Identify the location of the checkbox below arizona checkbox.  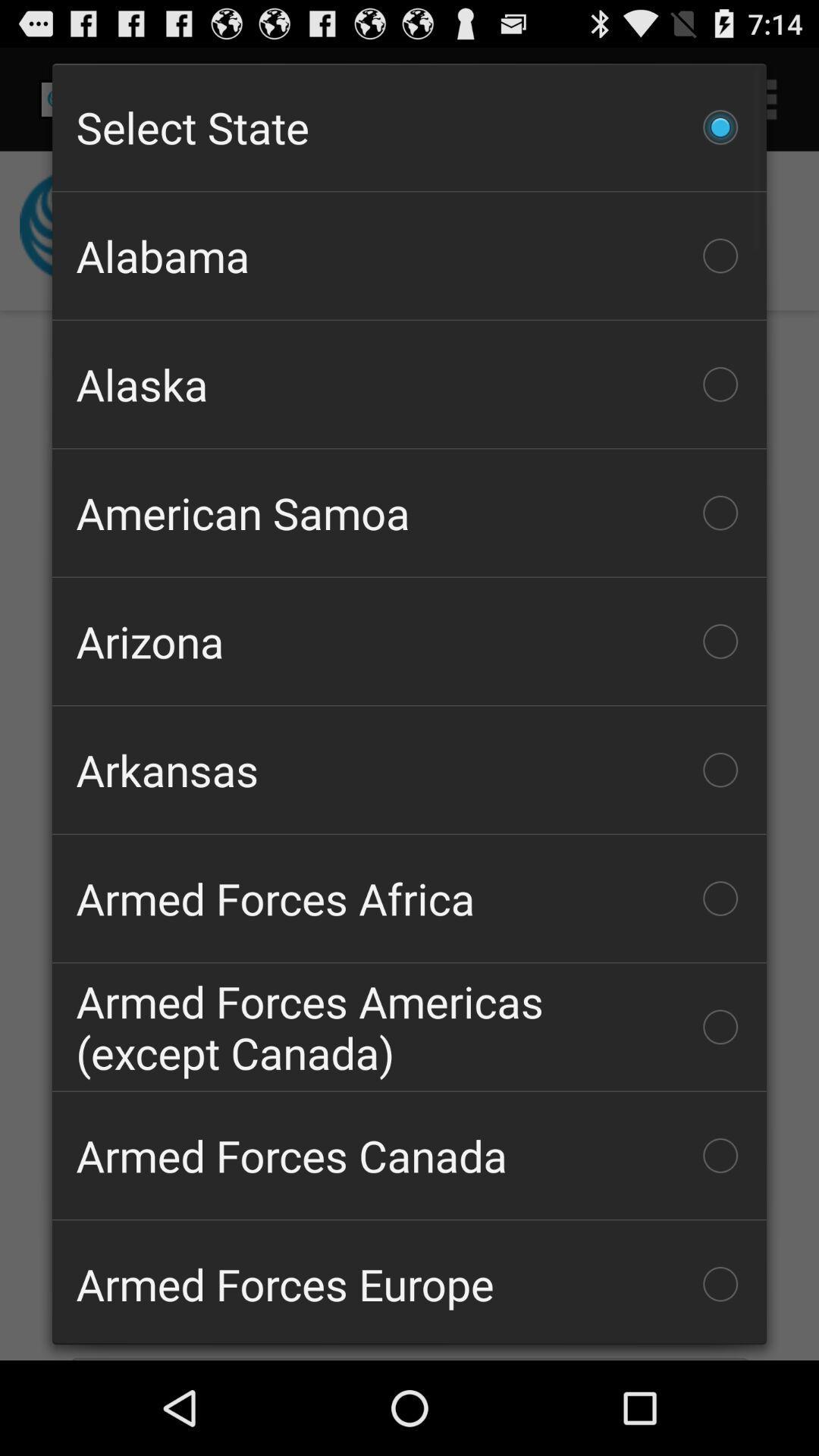
(409, 770).